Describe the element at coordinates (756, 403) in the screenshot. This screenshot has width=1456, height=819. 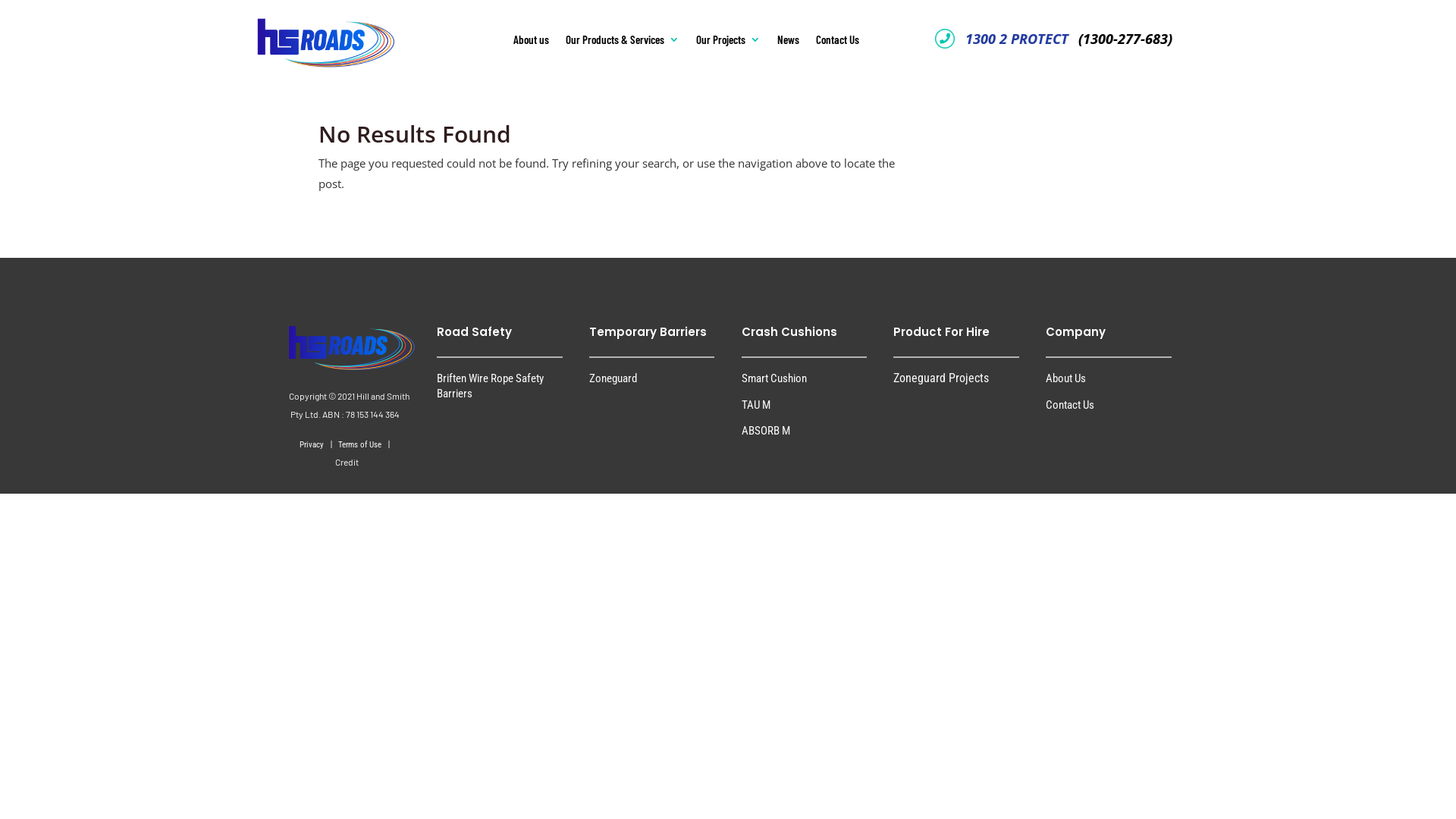
I see `'TAU M'` at that location.